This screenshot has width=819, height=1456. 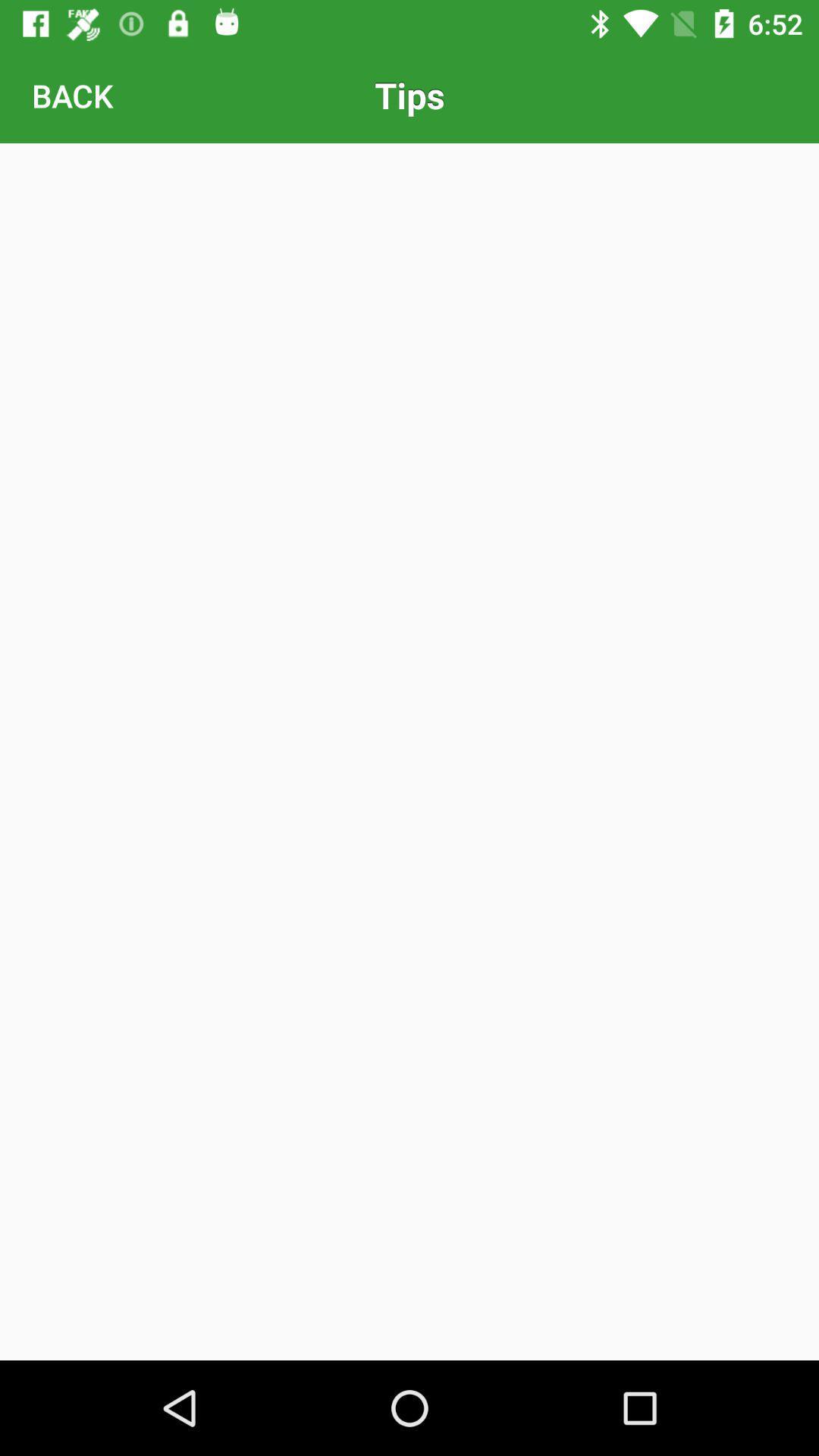 I want to click on the icon at the top left corner, so click(x=72, y=94).